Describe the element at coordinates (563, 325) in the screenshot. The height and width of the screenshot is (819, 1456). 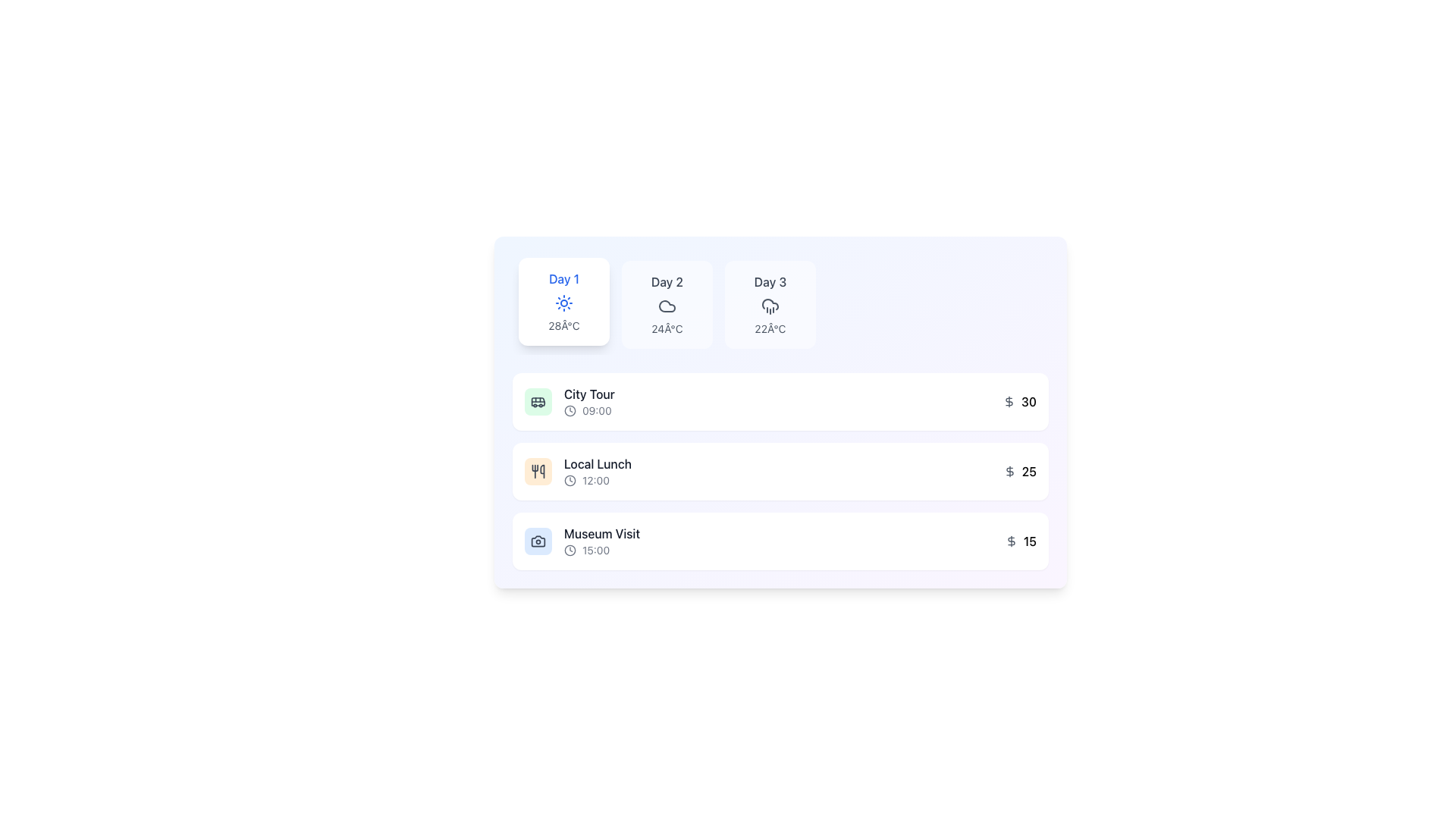
I see `the temperature value displayed in the label/text located beneath the sun icon in the Day 1 weather card` at that location.